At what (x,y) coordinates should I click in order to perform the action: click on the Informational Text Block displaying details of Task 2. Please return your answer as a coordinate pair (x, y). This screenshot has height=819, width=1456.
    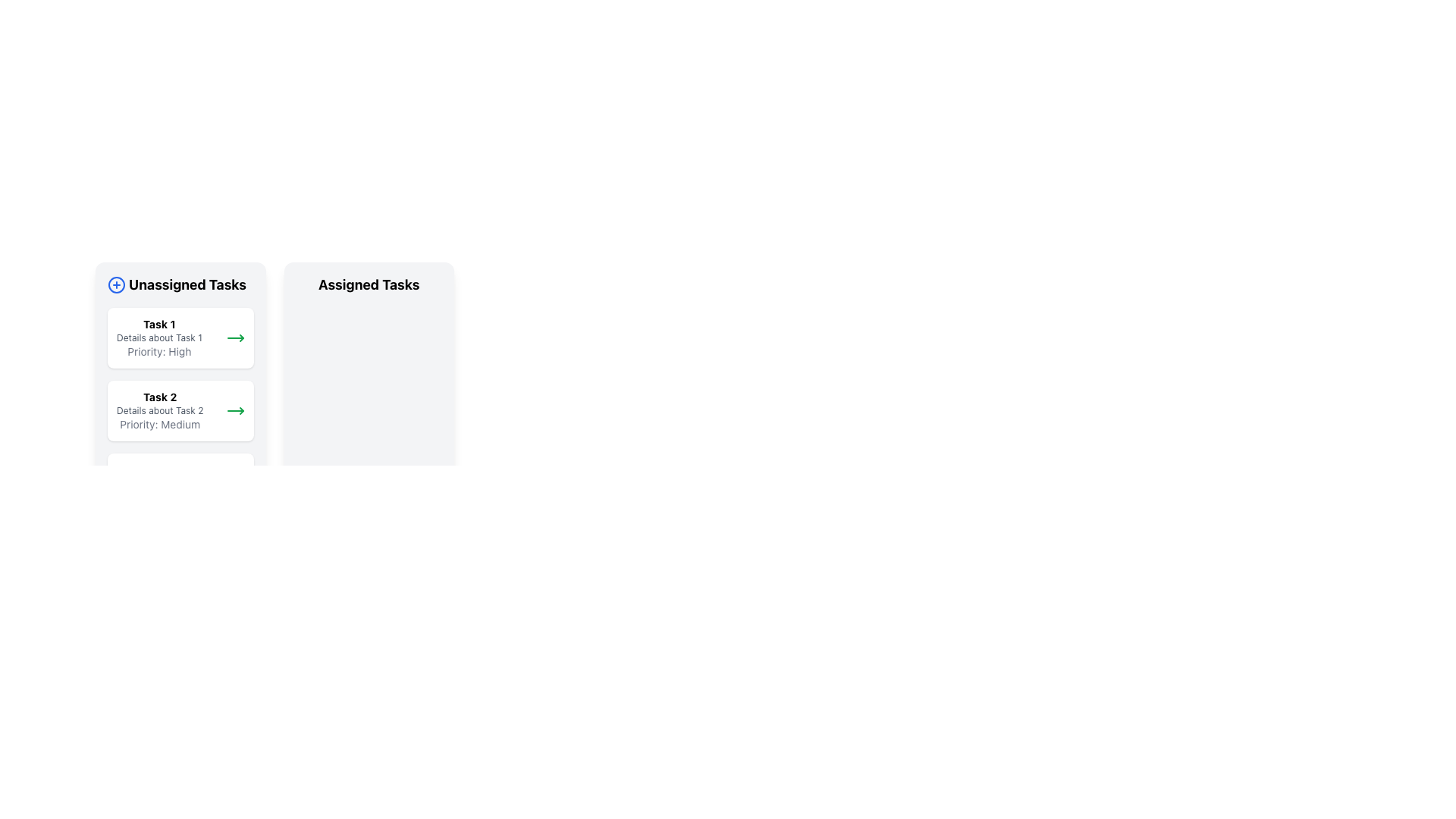
    Looking at the image, I should click on (160, 411).